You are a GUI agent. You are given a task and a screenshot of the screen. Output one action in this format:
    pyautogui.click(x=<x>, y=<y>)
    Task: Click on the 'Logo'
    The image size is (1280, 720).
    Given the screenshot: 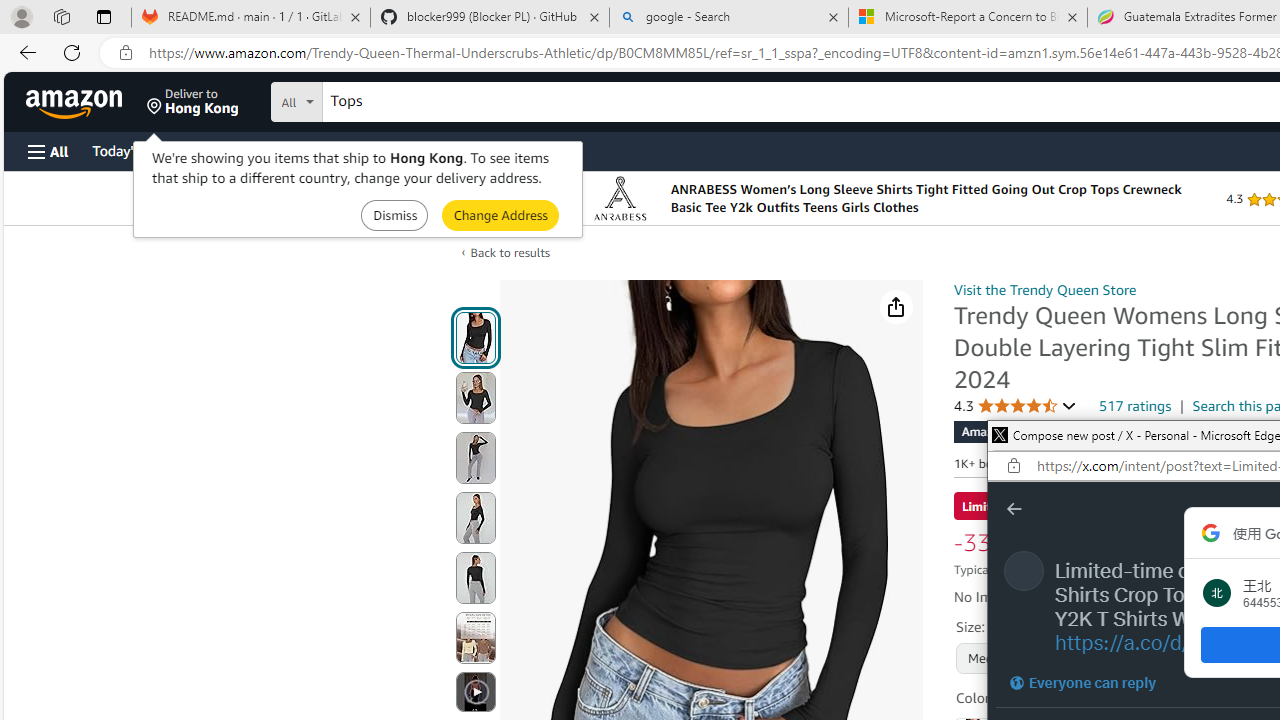 What is the action you would take?
    pyautogui.click(x=619, y=198)
    